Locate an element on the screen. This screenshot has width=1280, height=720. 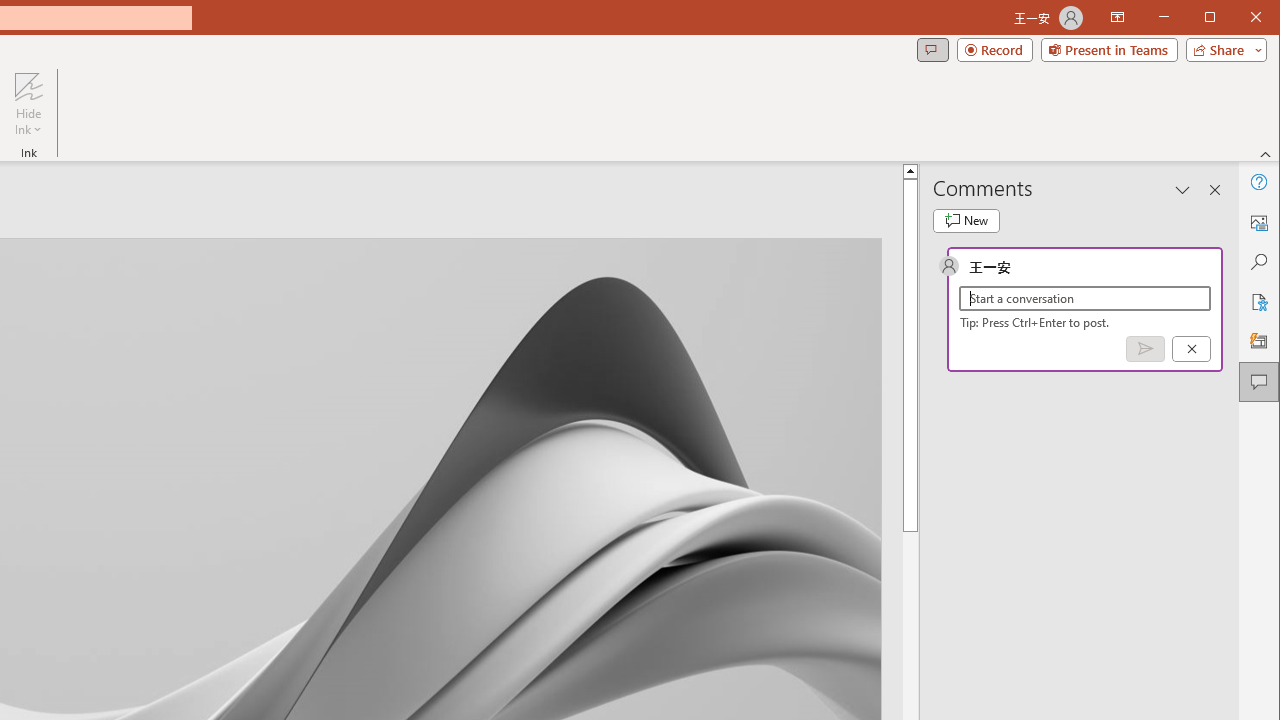
'New comment' is located at coordinates (966, 221).